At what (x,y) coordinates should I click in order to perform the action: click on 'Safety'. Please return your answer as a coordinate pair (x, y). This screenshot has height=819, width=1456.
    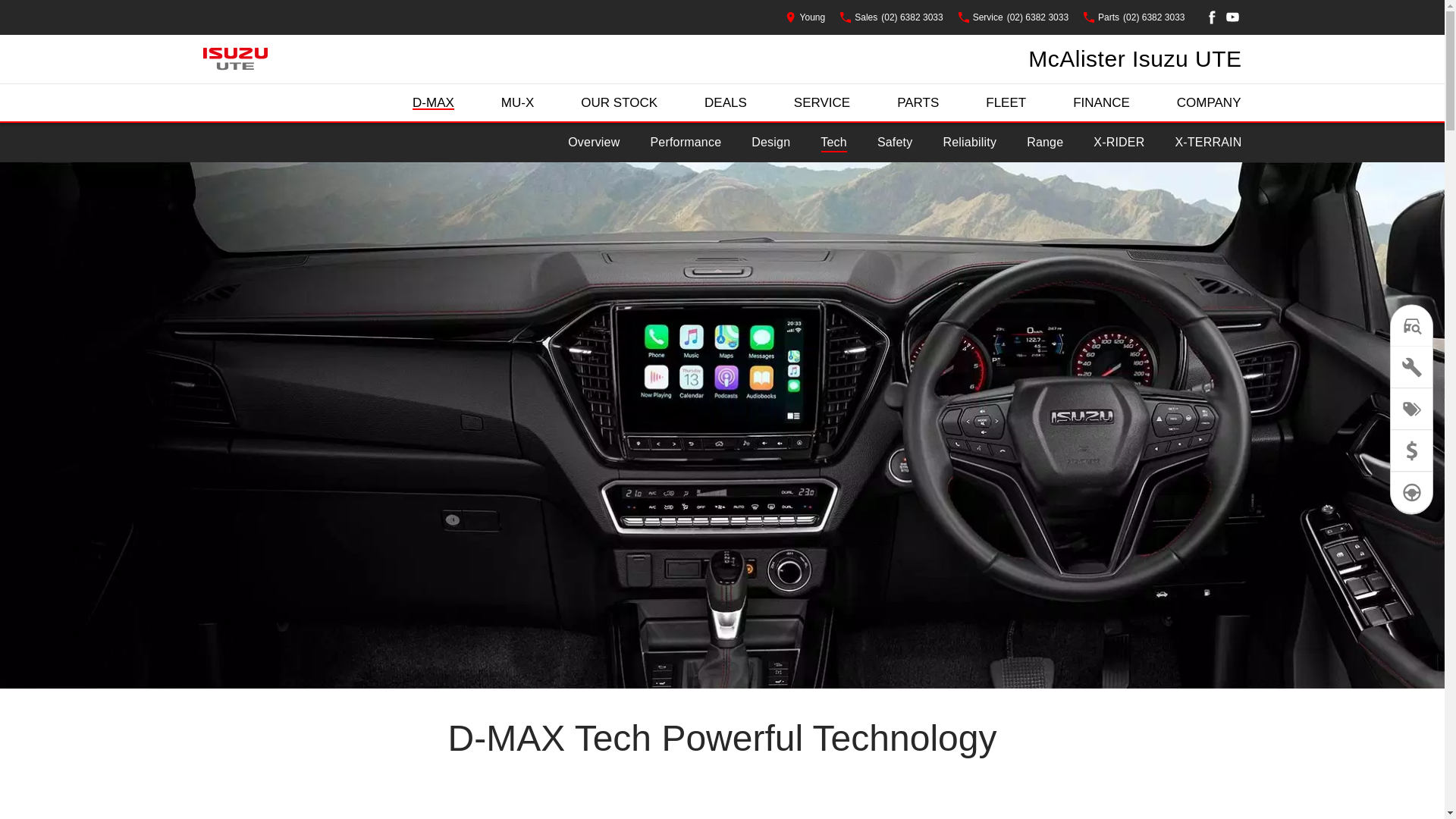
    Looking at the image, I should click on (895, 143).